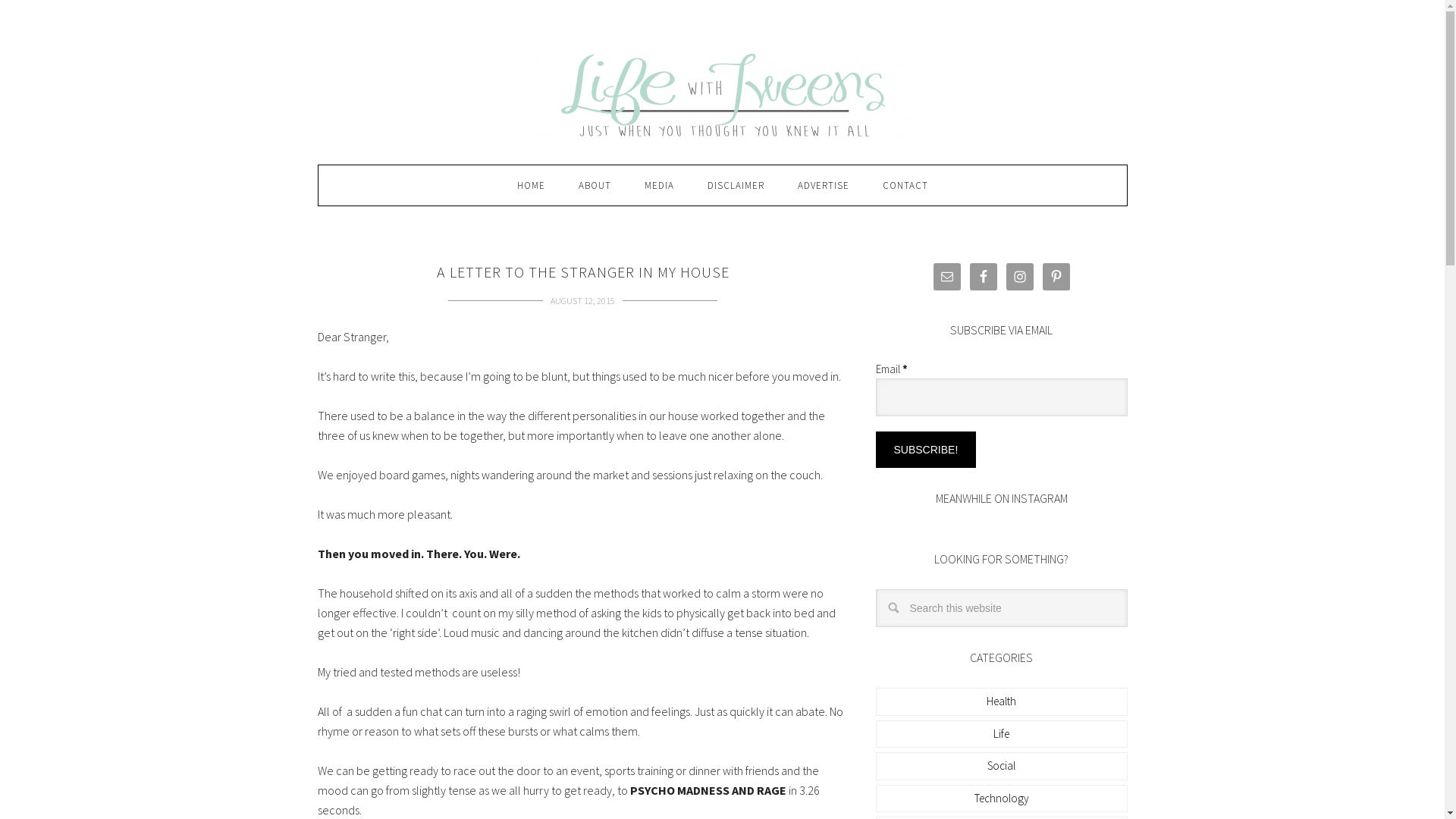 The height and width of the screenshot is (819, 1456). I want to click on 'DISCLAIMER', so click(735, 184).